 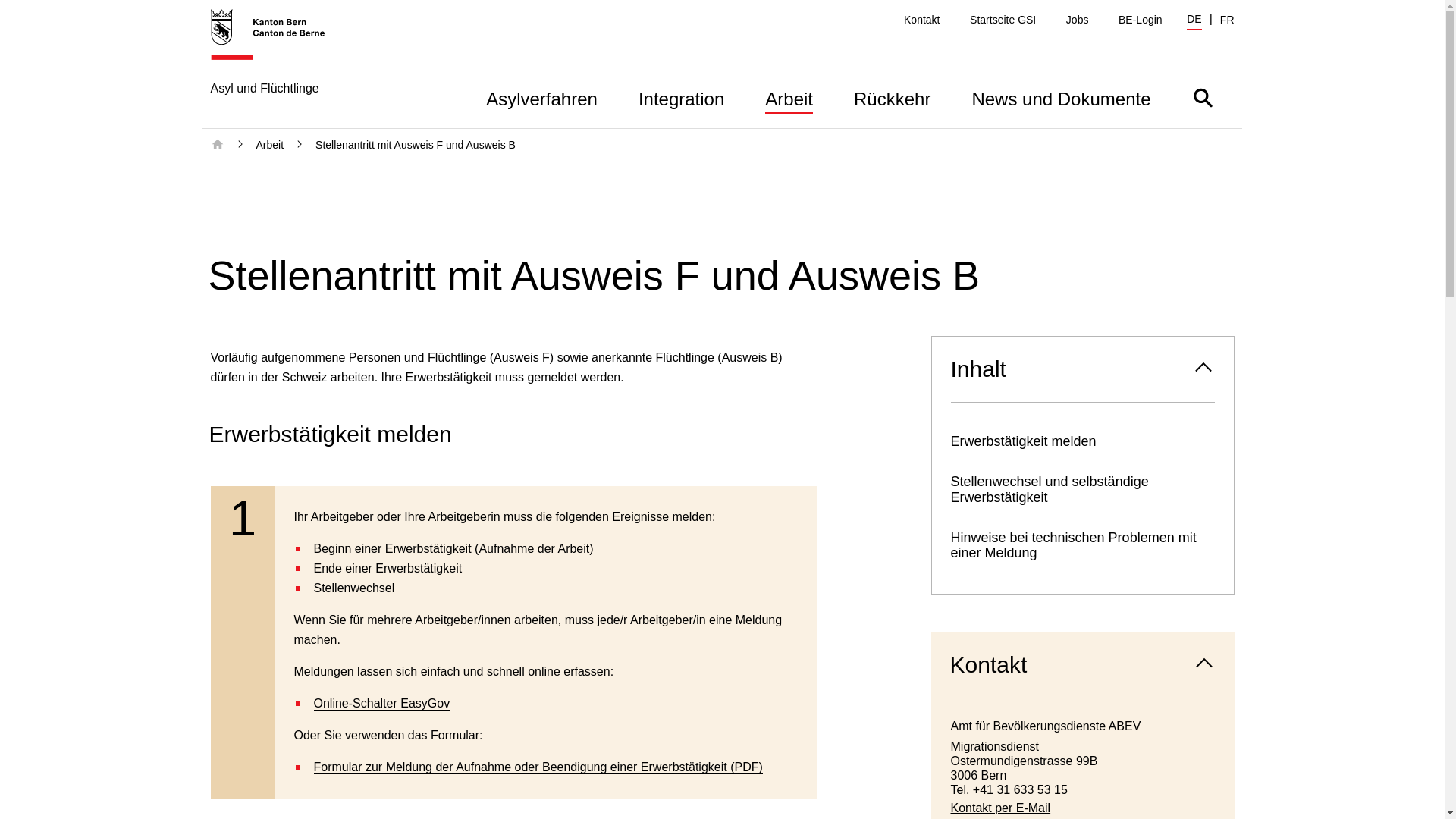 I want to click on 'Suche ein- oder ausblenden', so click(x=1201, y=97).